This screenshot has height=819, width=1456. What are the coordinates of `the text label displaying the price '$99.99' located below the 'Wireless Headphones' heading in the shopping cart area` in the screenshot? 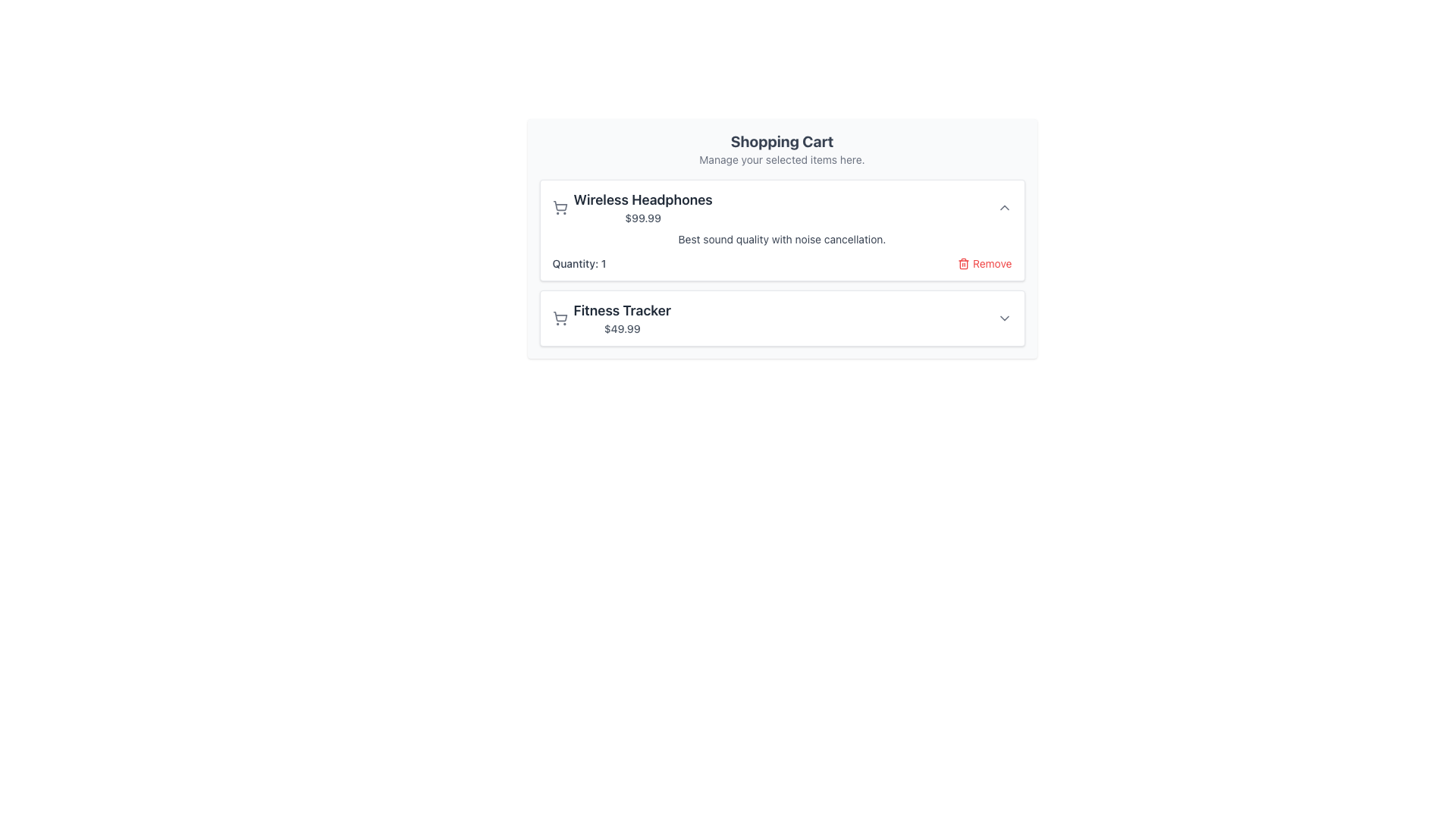 It's located at (643, 218).